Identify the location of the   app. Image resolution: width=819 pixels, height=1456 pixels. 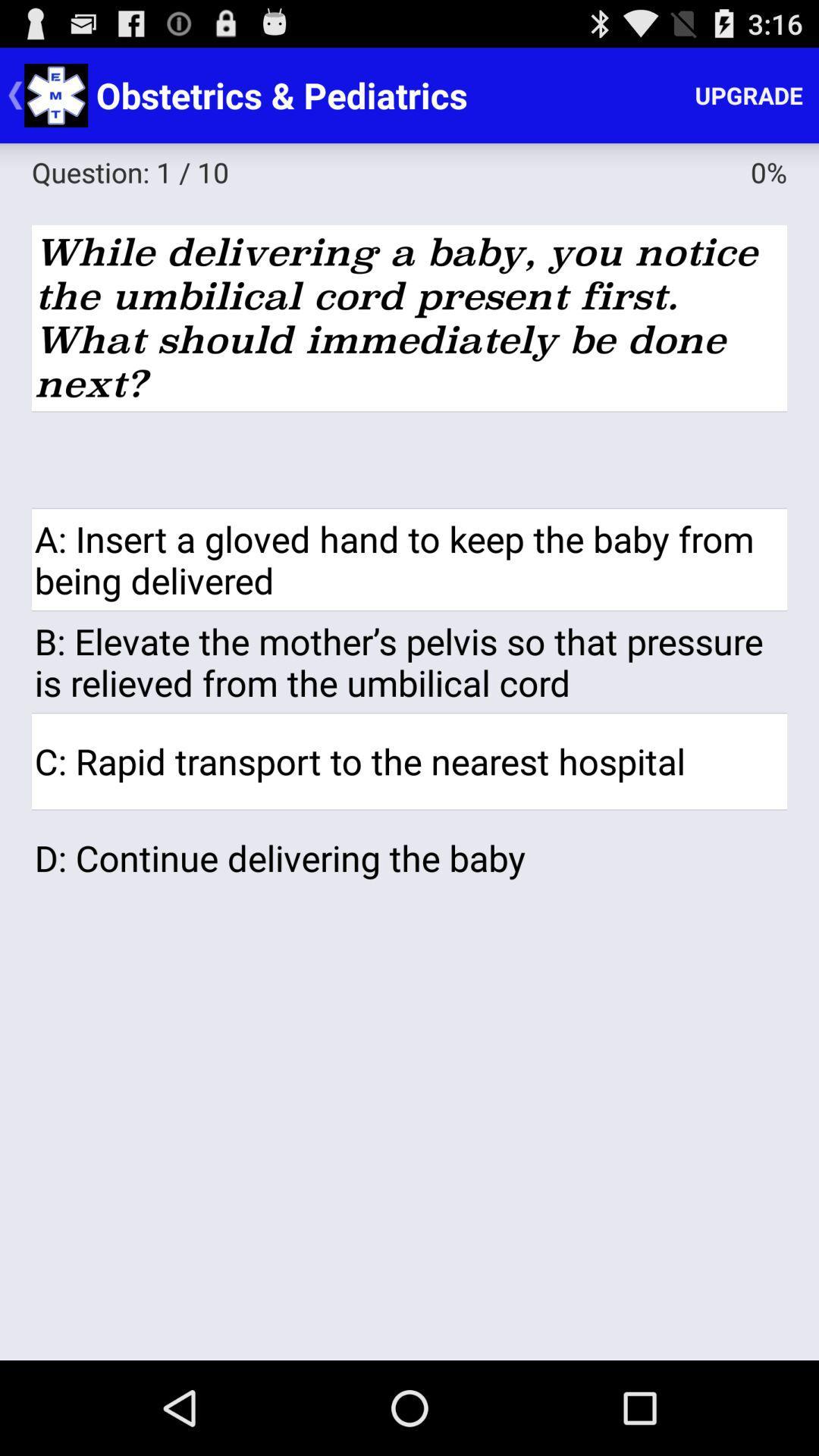
(409, 459).